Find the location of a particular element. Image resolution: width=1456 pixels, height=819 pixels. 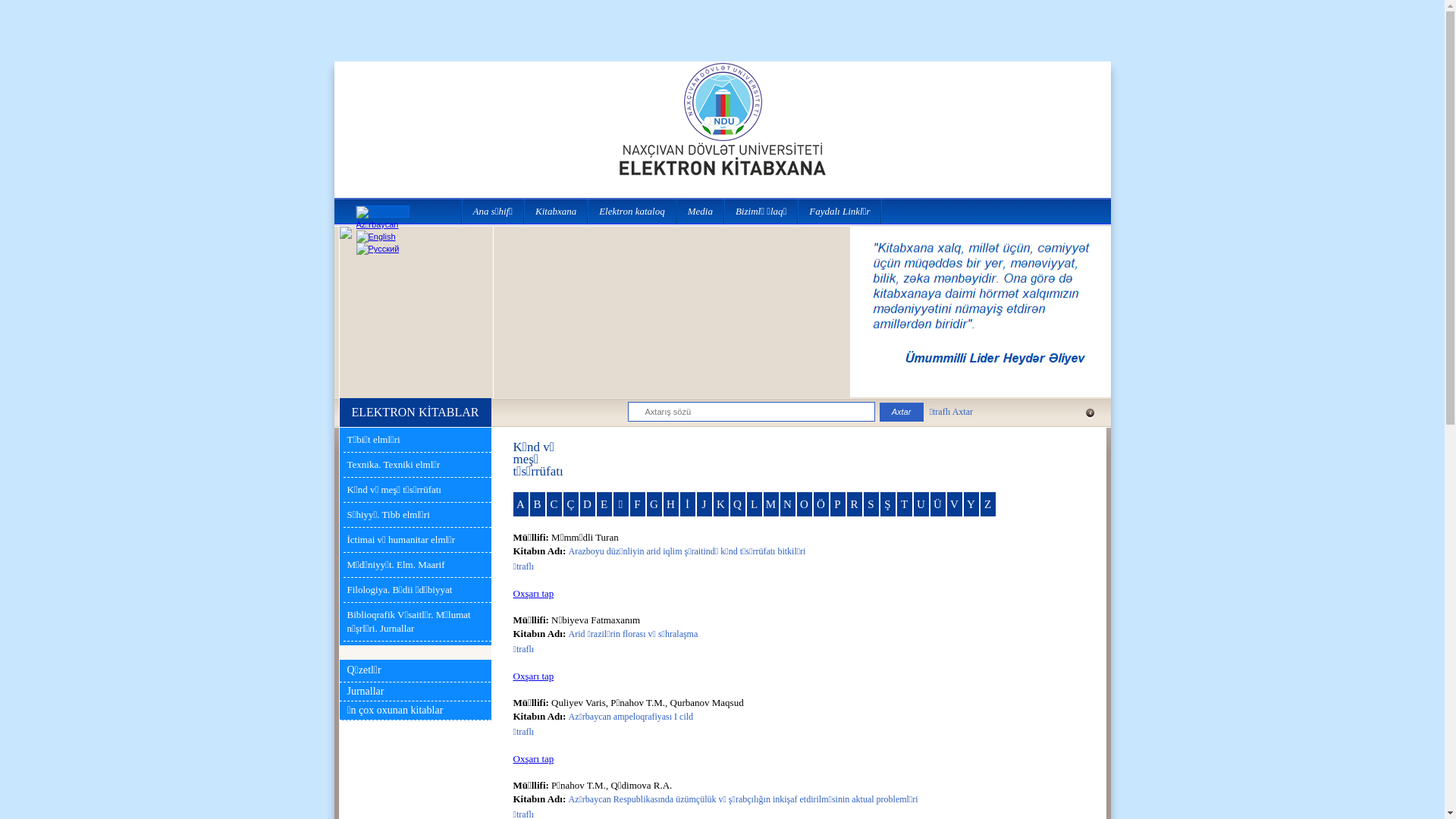

'A' is located at coordinates (520, 504).